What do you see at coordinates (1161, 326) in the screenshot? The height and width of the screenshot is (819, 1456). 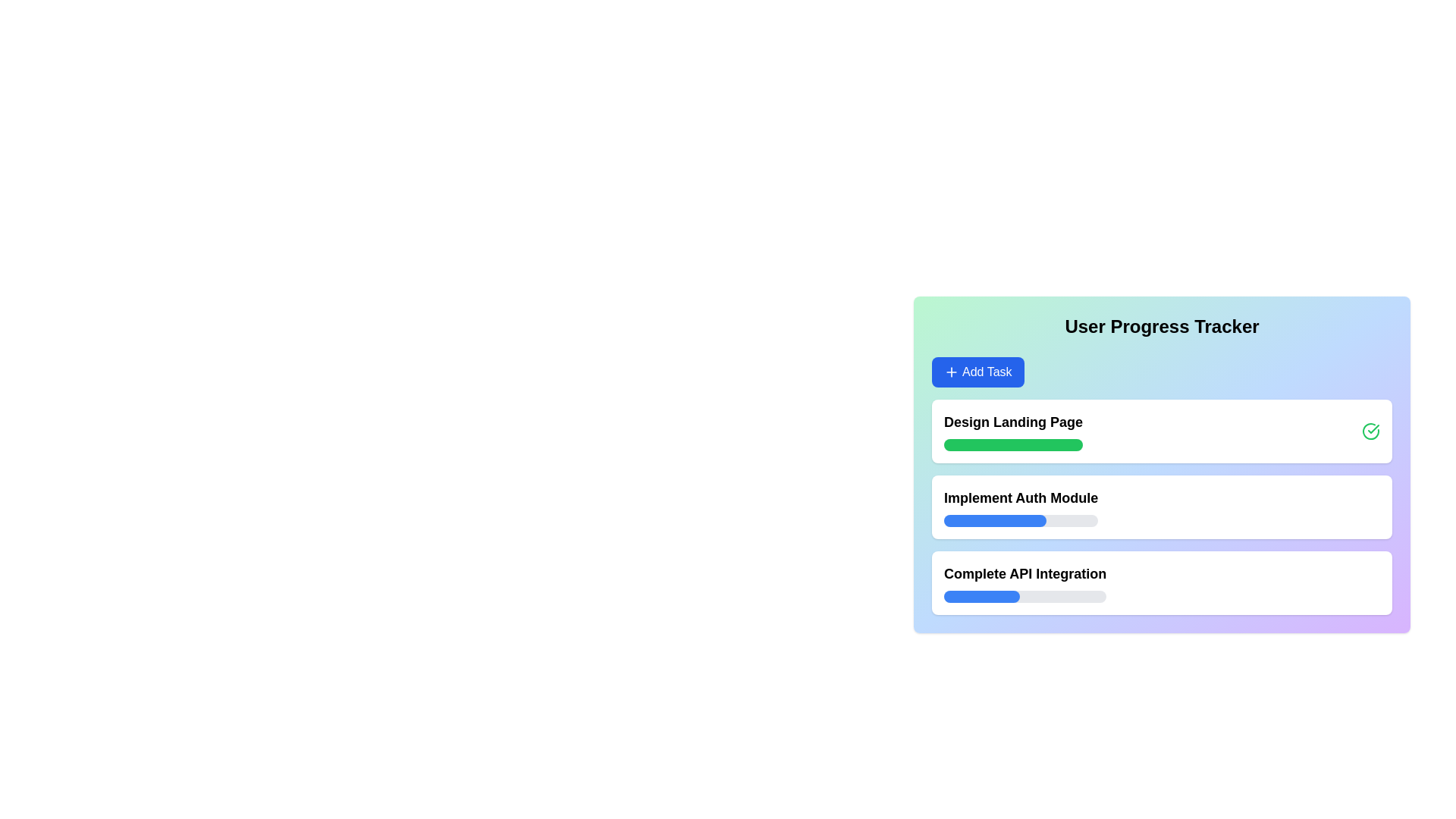 I see `the text label or header that serves as a title for the section, positioned above the 'Add Task' button and progress cards` at bounding box center [1161, 326].